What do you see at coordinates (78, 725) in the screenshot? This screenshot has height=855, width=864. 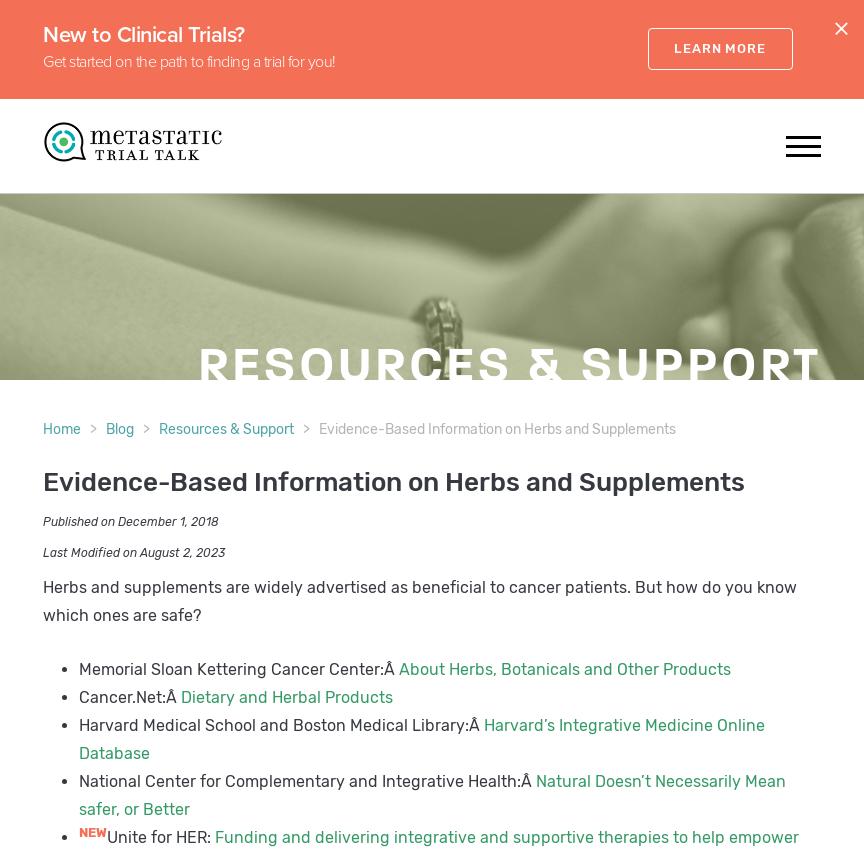 I see `'Harvard Medical School and Boston Medical Library:Â'` at bounding box center [78, 725].